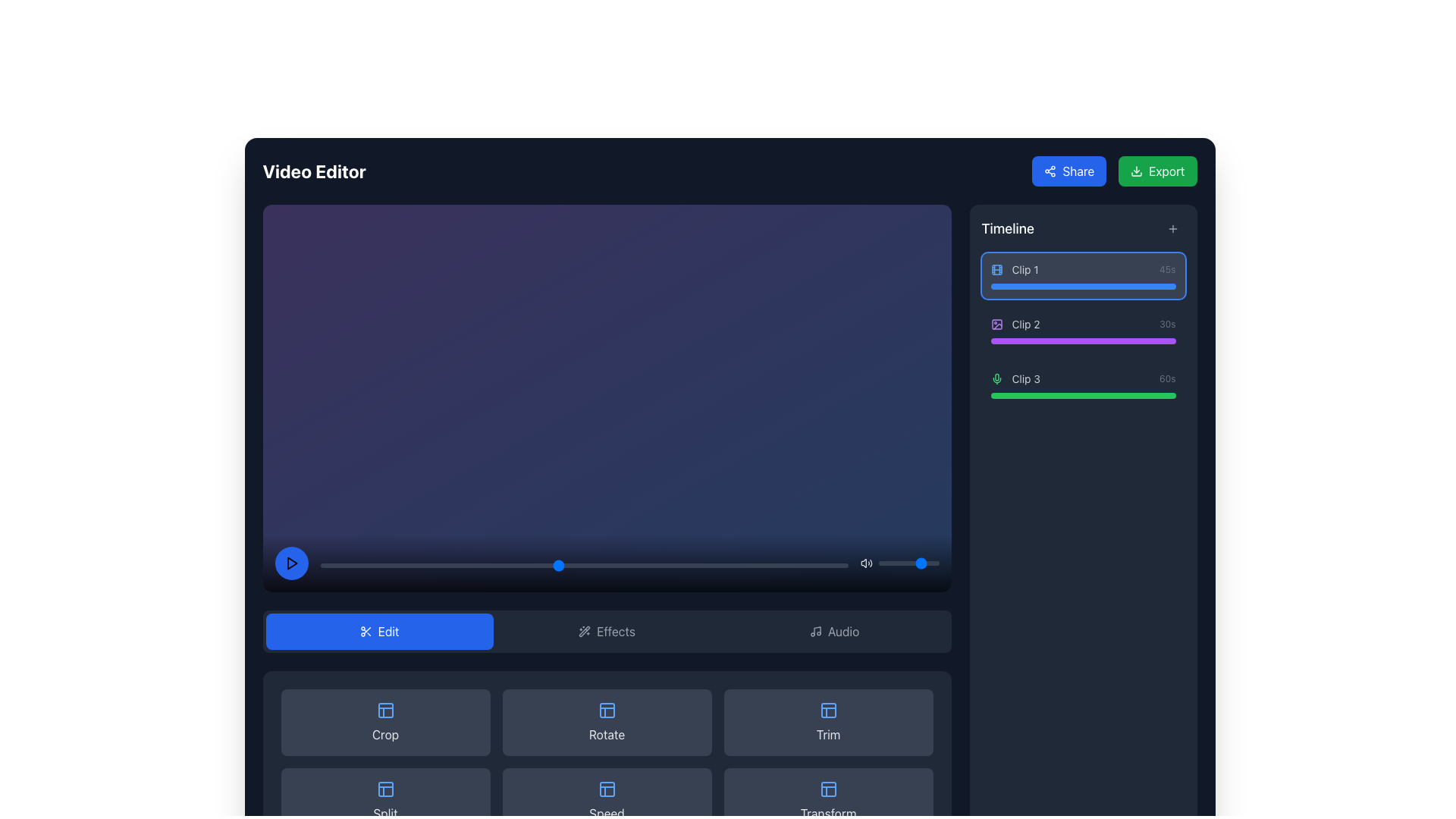 The width and height of the screenshot is (1456, 819). I want to click on the text label displaying 'Clip 1' styled in a small gray font, positioned between a film icon and a duration label '45s' within the timeline interface, so click(1025, 268).